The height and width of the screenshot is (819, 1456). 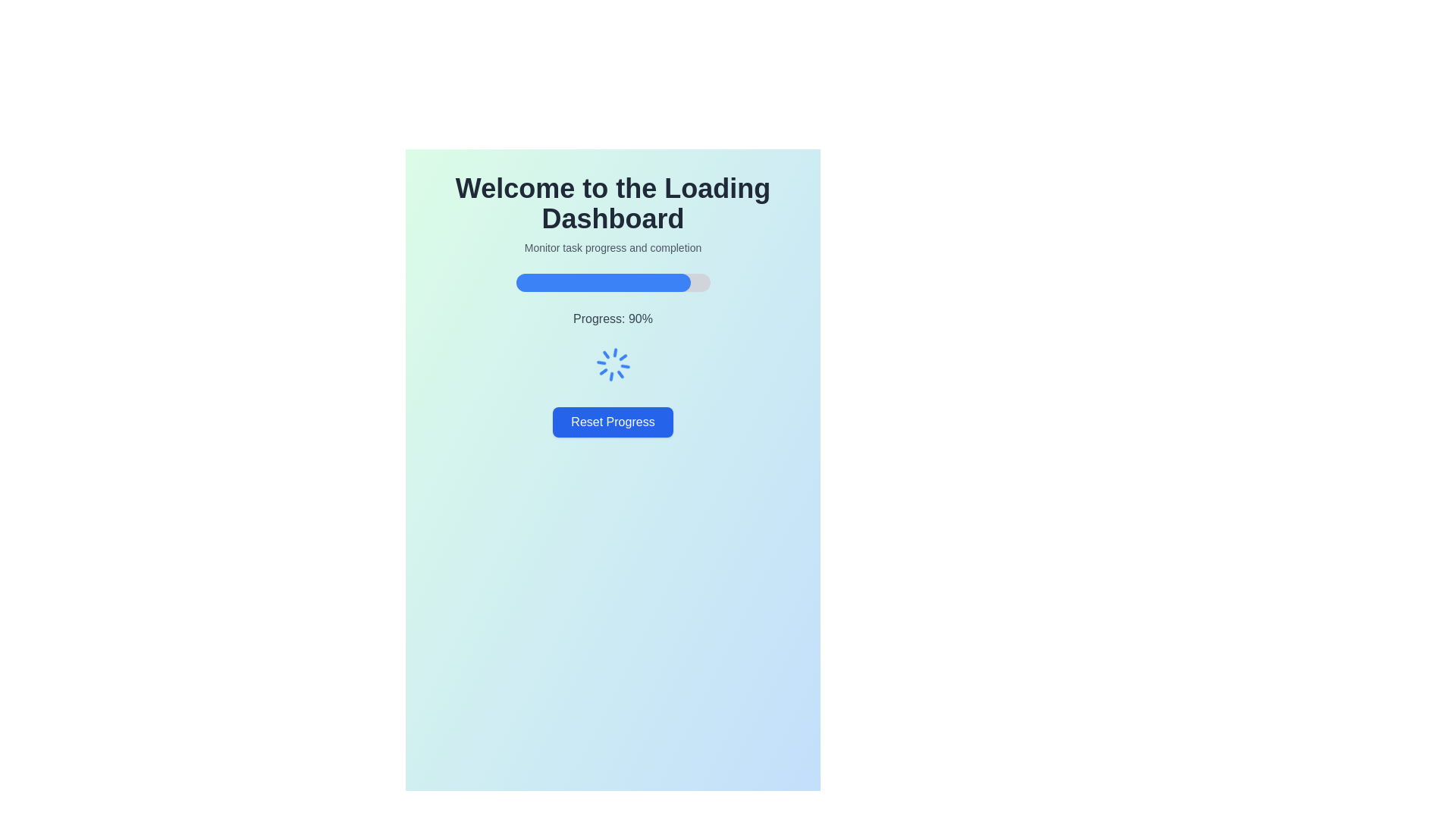 I want to click on progress text from the progress indicator displaying 'Progress: 90%' located below the heading 'Monitor task progress and completion' and above the 'Reset Progress' button, so click(x=613, y=327).